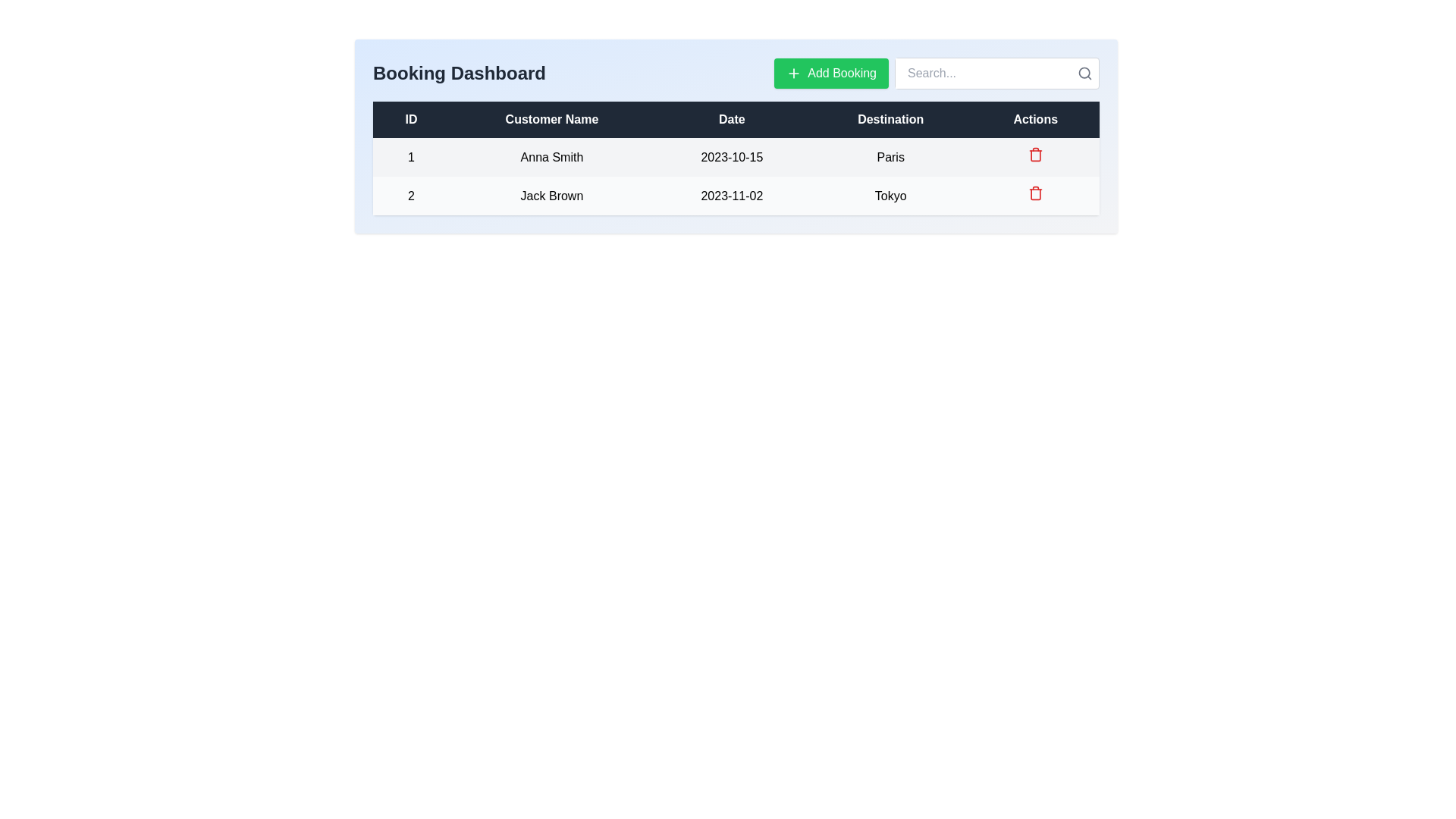 This screenshot has width=1456, height=819. I want to click on the non-interactive text label displaying the destination for Jack Brown's booking, located in the fourth cell of the second row of the table, so click(890, 195).